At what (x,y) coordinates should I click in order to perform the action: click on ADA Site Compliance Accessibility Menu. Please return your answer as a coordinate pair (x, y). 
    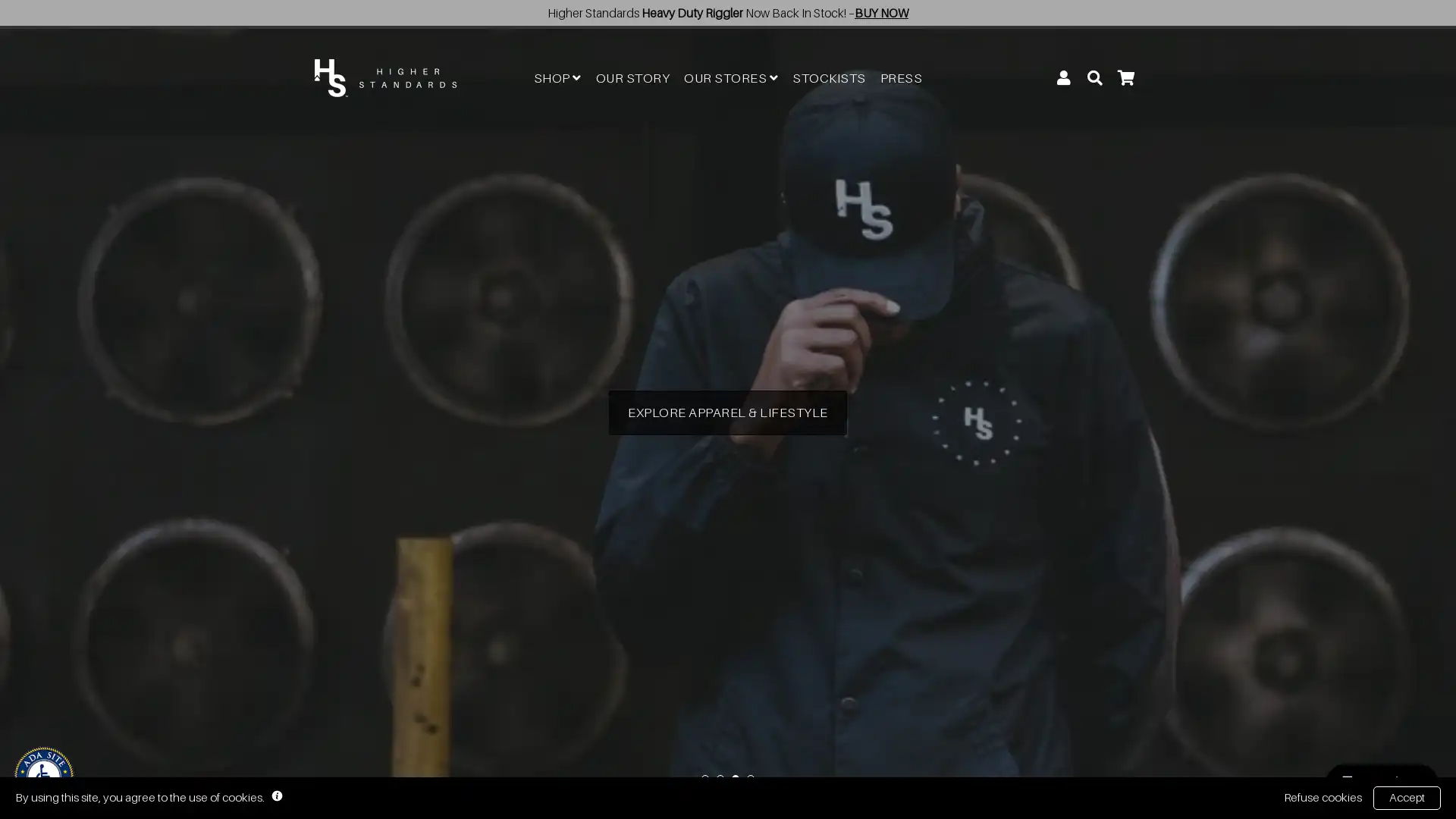
    Looking at the image, I should click on (43, 776).